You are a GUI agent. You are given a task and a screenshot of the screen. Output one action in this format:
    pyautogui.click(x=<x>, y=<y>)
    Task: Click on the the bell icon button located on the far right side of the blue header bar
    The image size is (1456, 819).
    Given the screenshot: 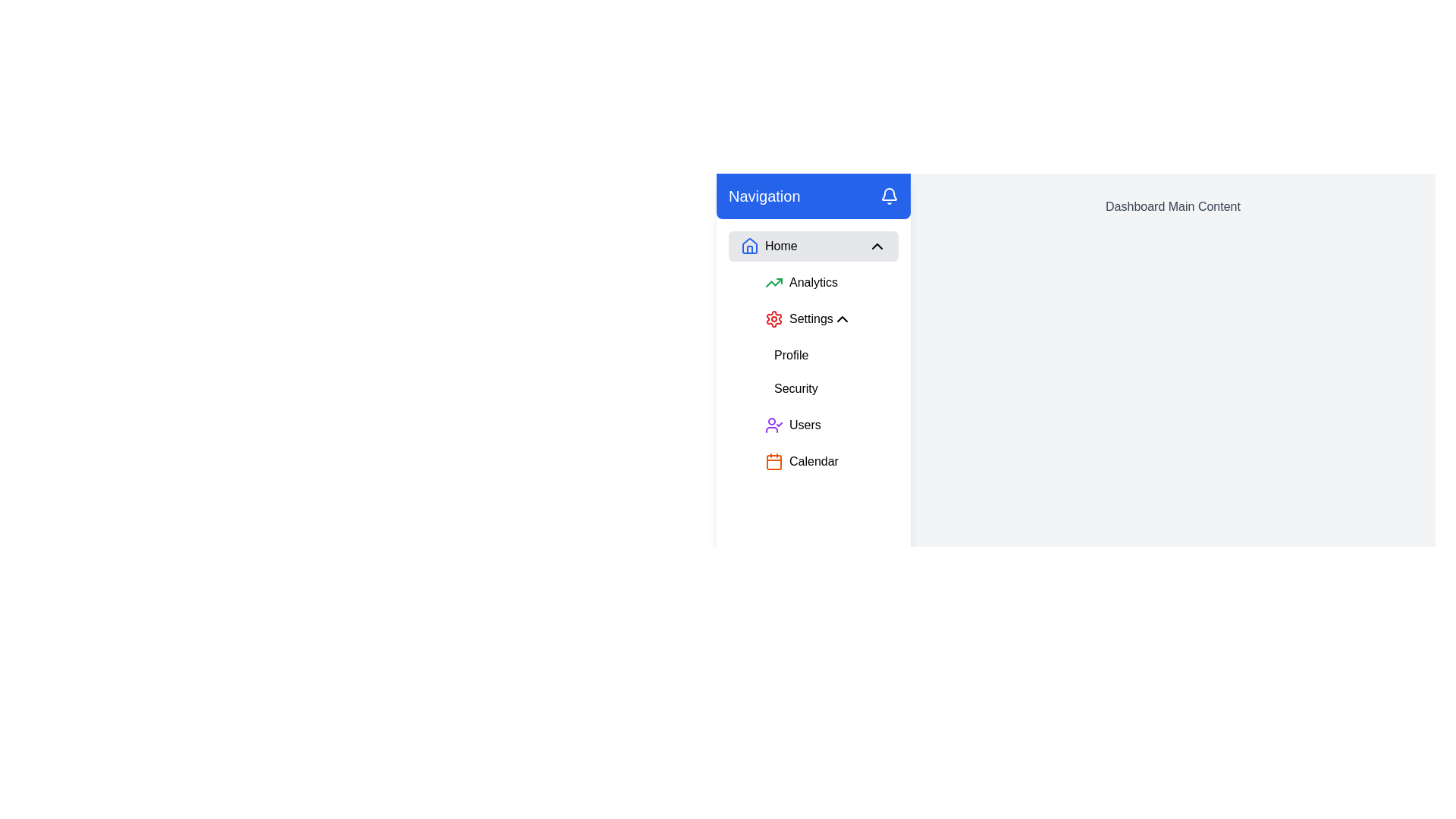 What is the action you would take?
    pyautogui.click(x=889, y=195)
    